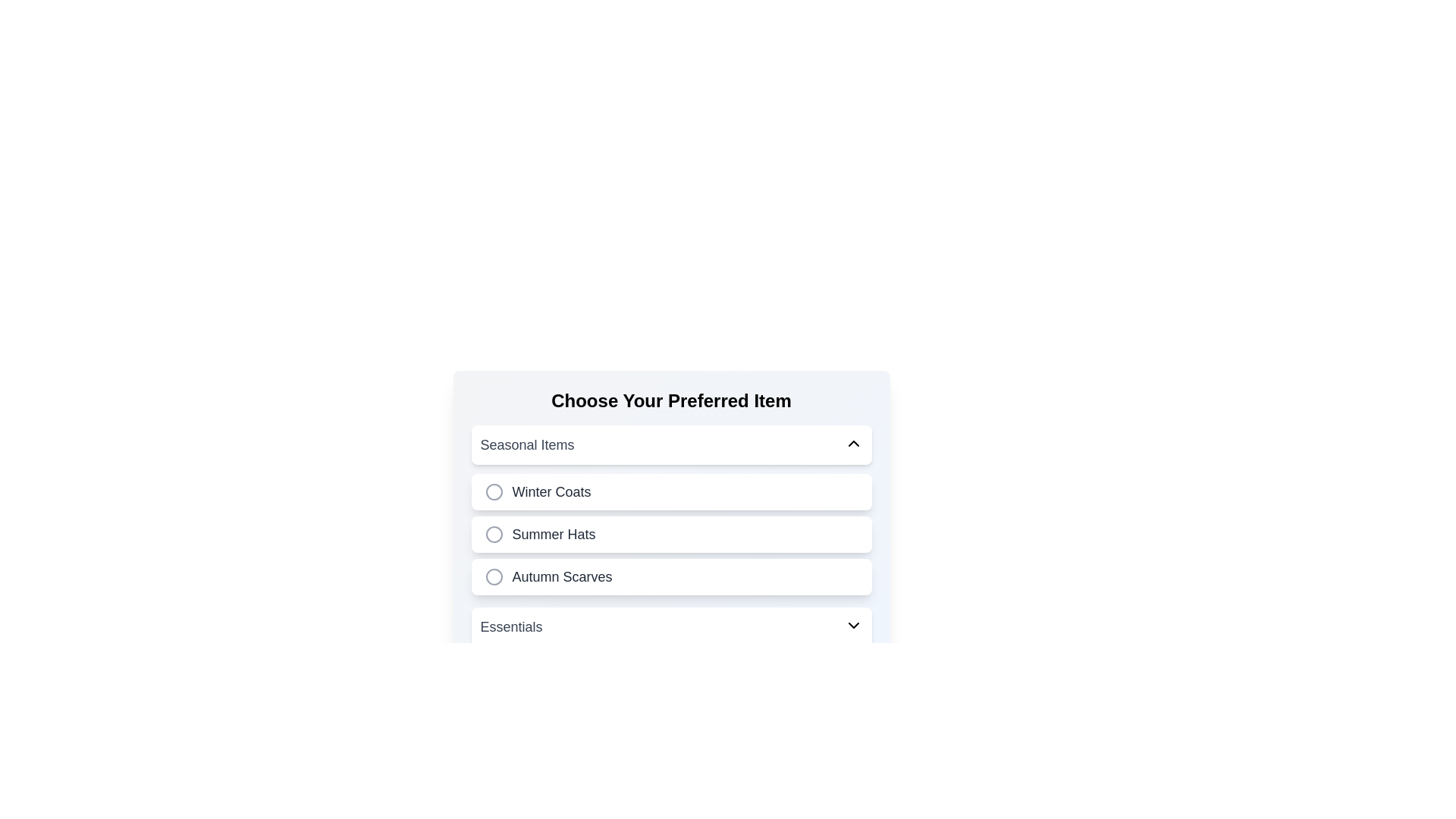  What do you see at coordinates (670, 534) in the screenshot?
I see `the radio button labeled 'Summer Hats'` at bounding box center [670, 534].